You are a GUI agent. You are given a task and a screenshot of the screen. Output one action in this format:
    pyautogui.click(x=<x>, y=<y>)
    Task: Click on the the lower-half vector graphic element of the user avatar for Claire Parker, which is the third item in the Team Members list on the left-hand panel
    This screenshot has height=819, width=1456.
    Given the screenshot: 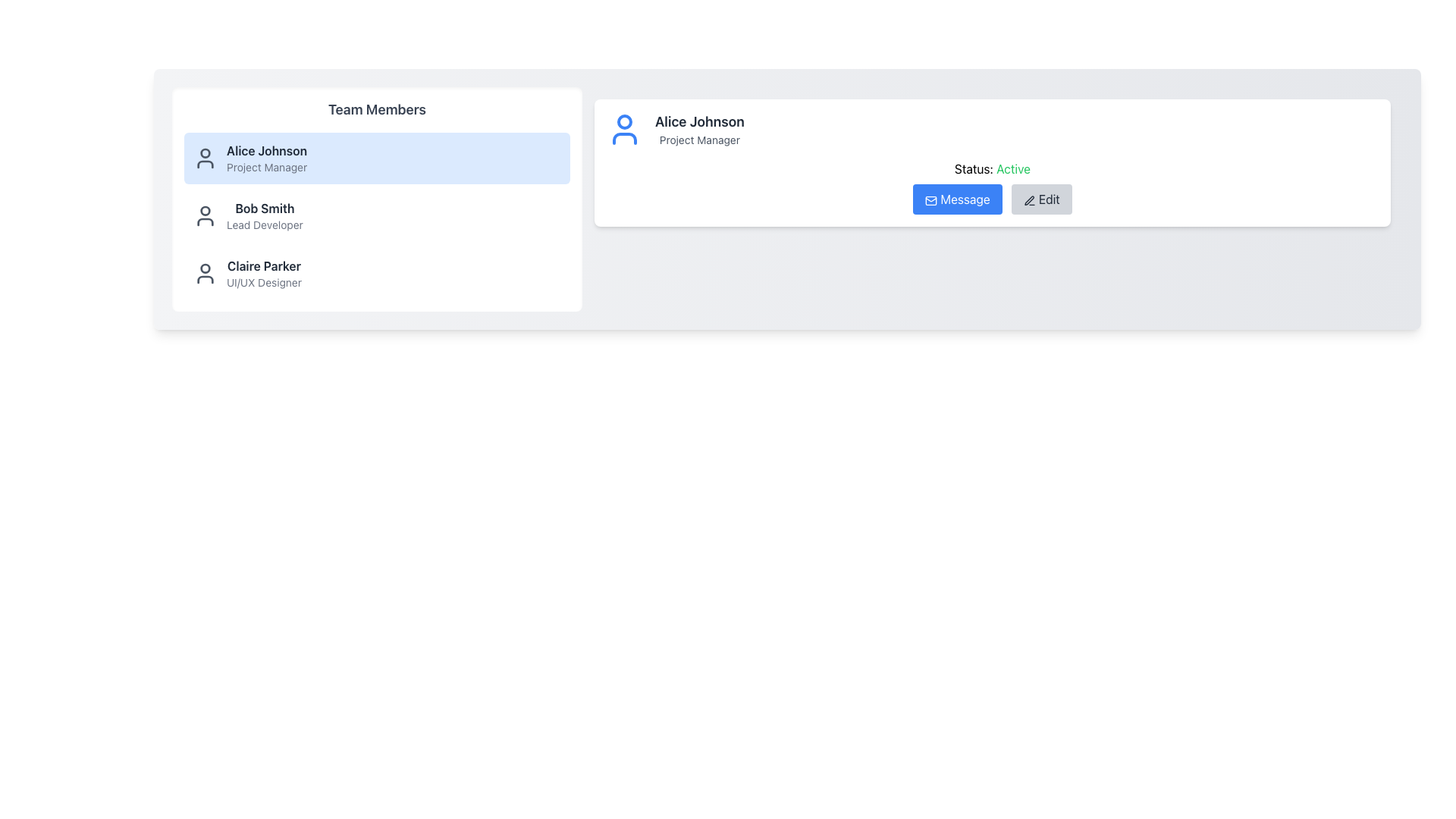 What is the action you would take?
    pyautogui.click(x=204, y=280)
    